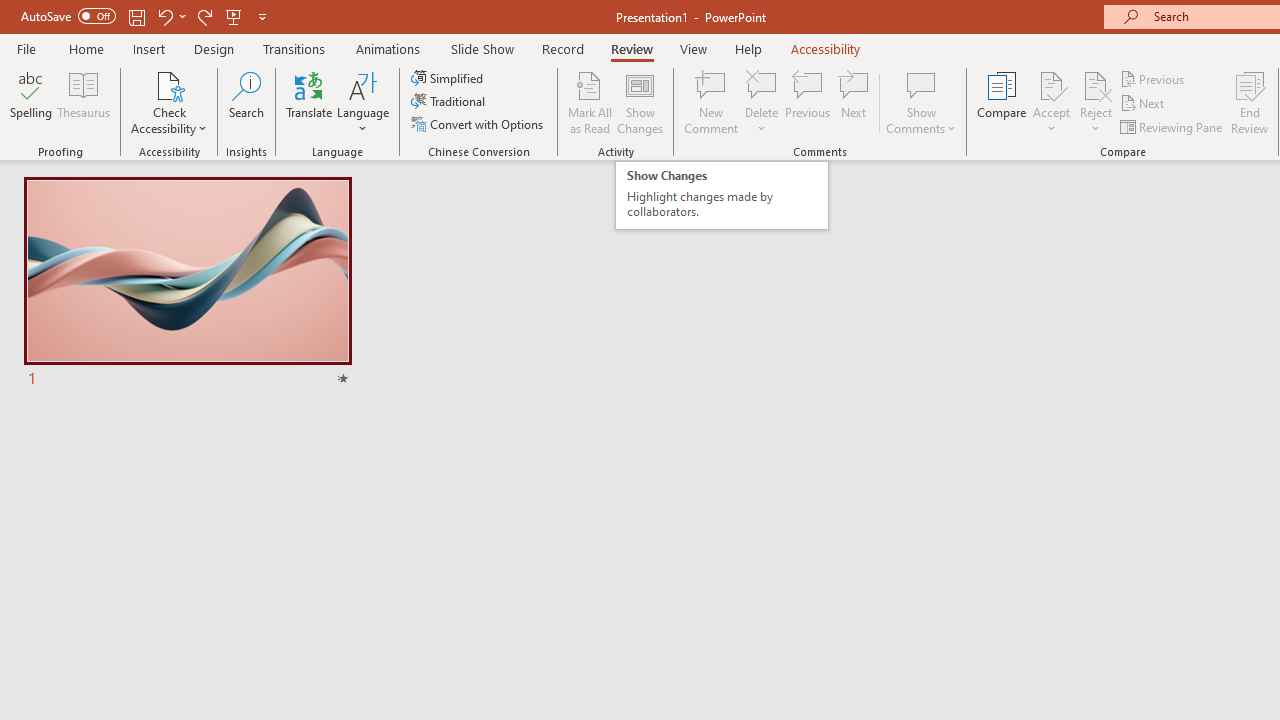 The width and height of the screenshot is (1280, 720). Describe the element at coordinates (1002, 103) in the screenshot. I see `'Compare'` at that location.